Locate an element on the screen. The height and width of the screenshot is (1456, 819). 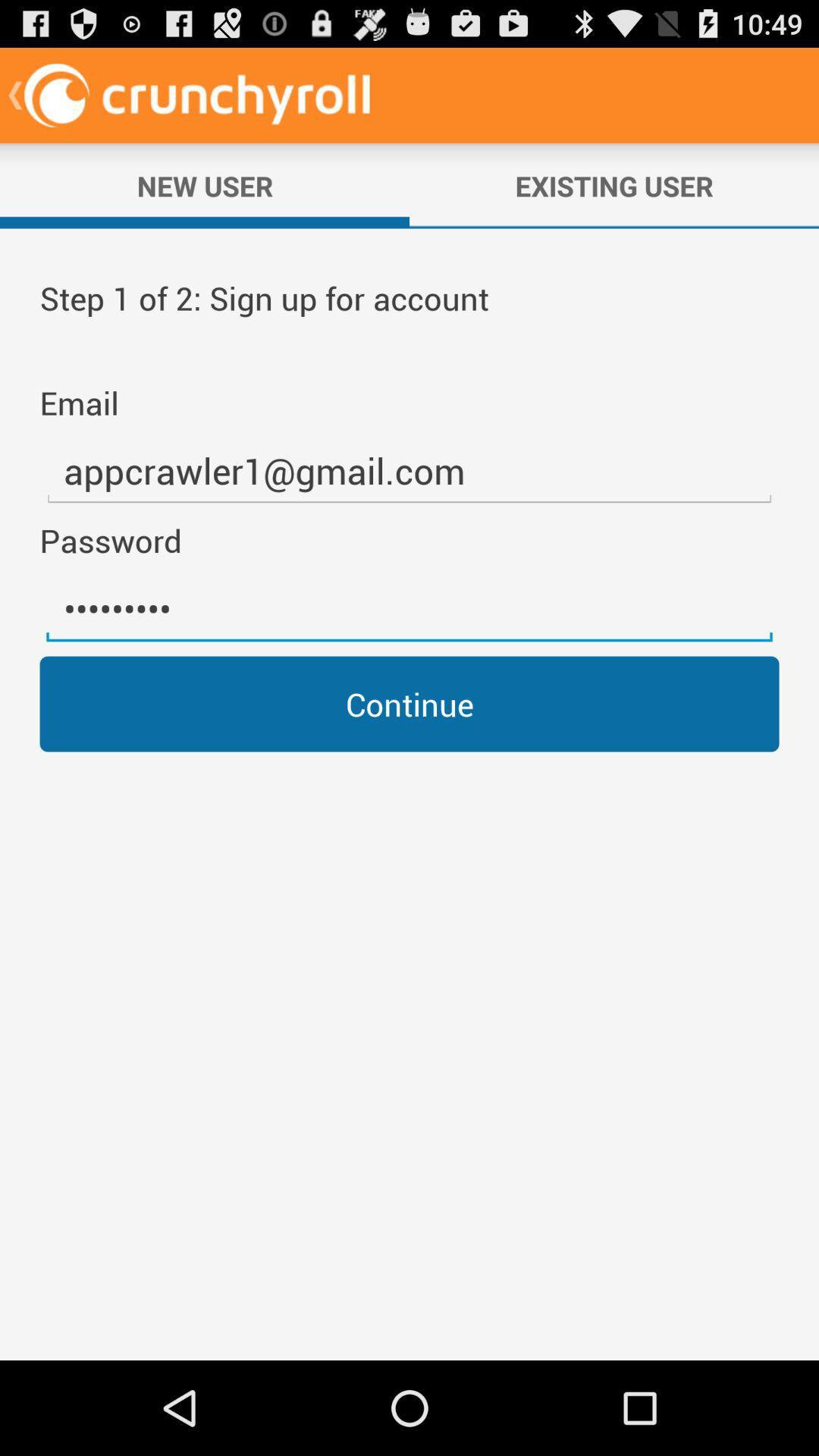
continue is located at coordinates (409, 703).